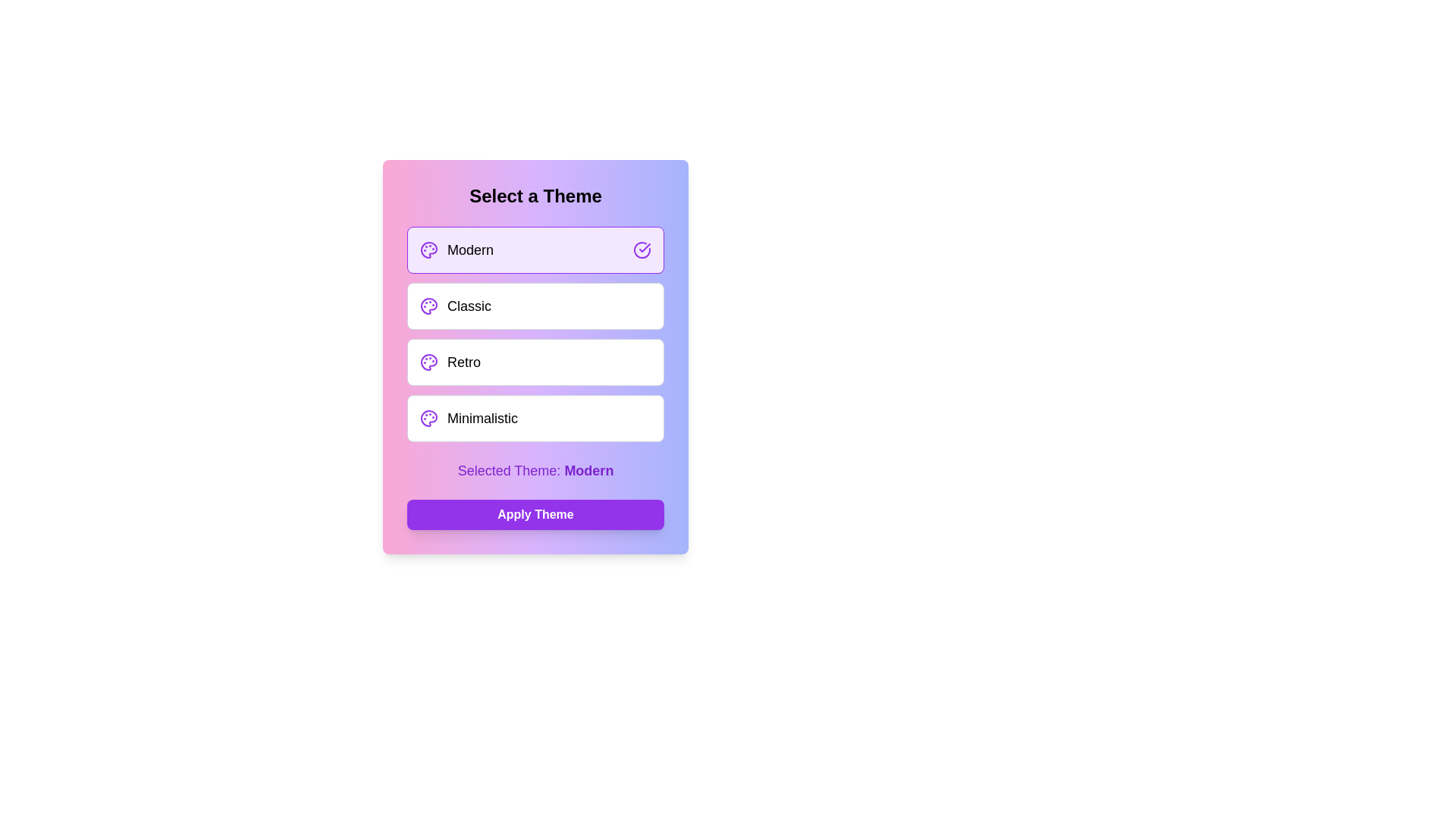 The width and height of the screenshot is (1456, 819). I want to click on the 'Classic' theme option icon located in the second row of the theme selection list, adjacent to the 'Classic' label, so click(428, 306).